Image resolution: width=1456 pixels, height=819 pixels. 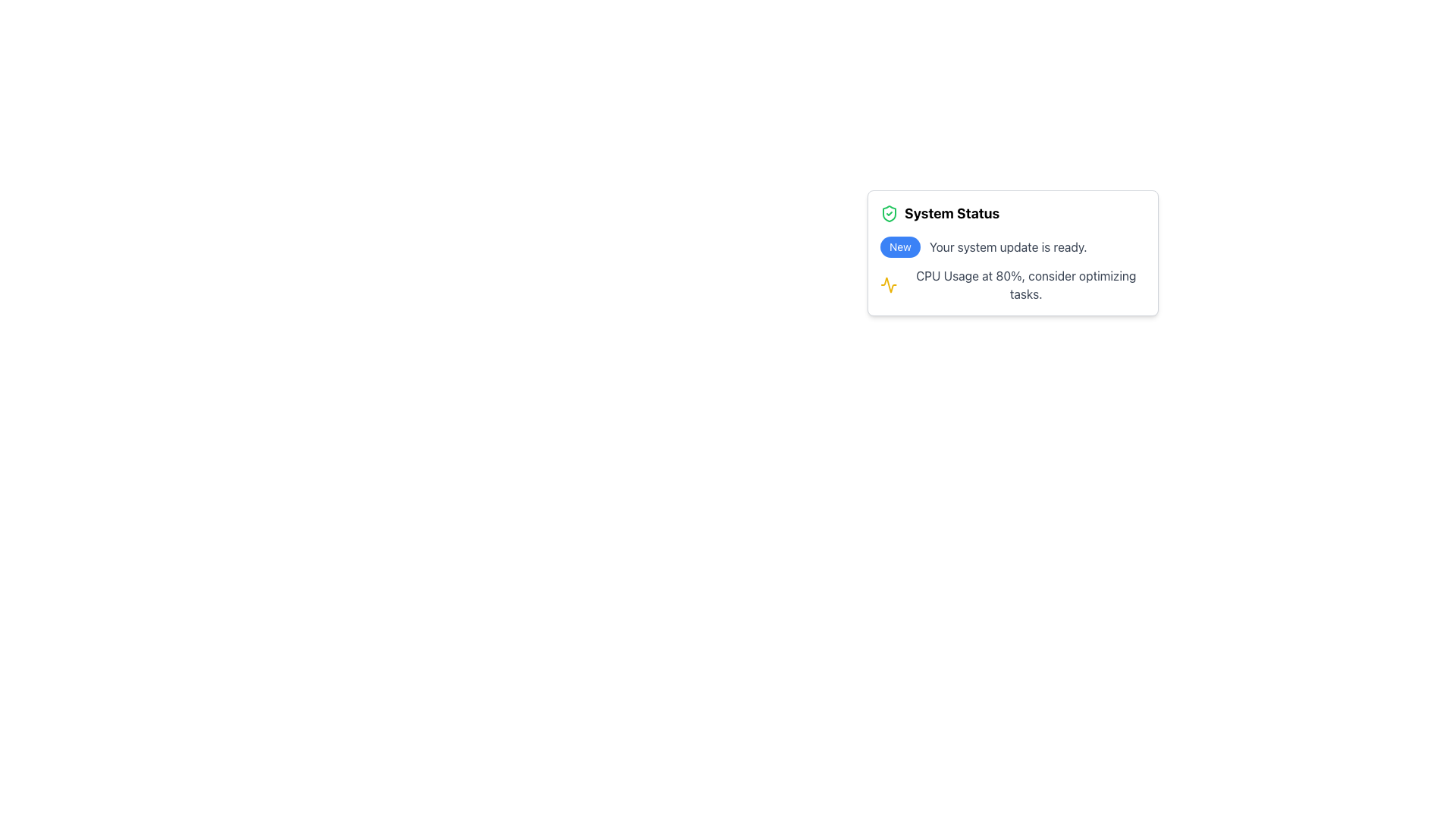 I want to click on the static text element that reads 'Your system update is ready.' which is styled in gray and located in the middle section of the 'System Status' card interface, so click(x=1008, y=246).